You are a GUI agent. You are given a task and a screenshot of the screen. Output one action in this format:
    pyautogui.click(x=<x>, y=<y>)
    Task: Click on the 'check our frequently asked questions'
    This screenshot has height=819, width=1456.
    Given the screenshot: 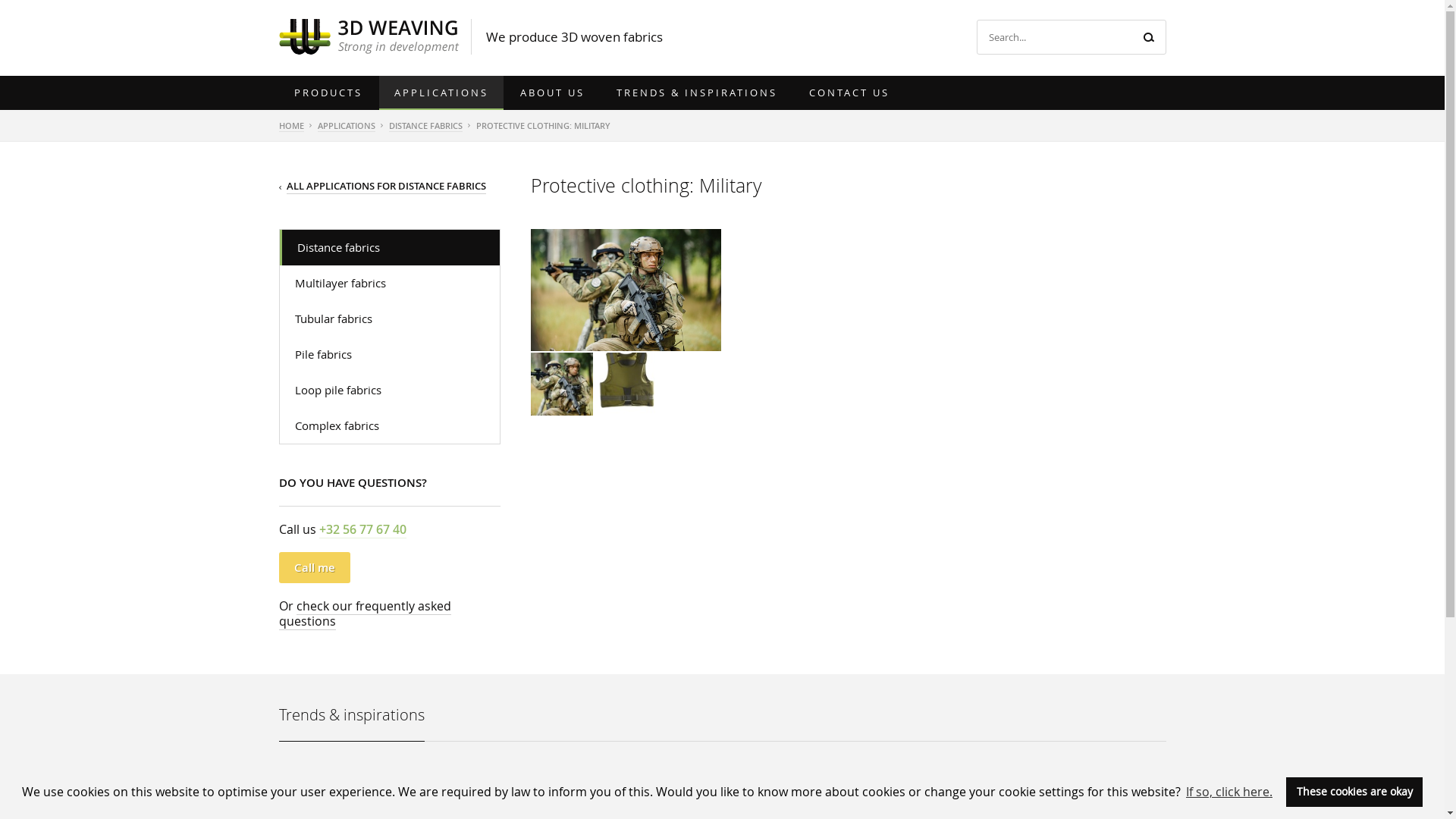 What is the action you would take?
    pyautogui.click(x=365, y=613)
    